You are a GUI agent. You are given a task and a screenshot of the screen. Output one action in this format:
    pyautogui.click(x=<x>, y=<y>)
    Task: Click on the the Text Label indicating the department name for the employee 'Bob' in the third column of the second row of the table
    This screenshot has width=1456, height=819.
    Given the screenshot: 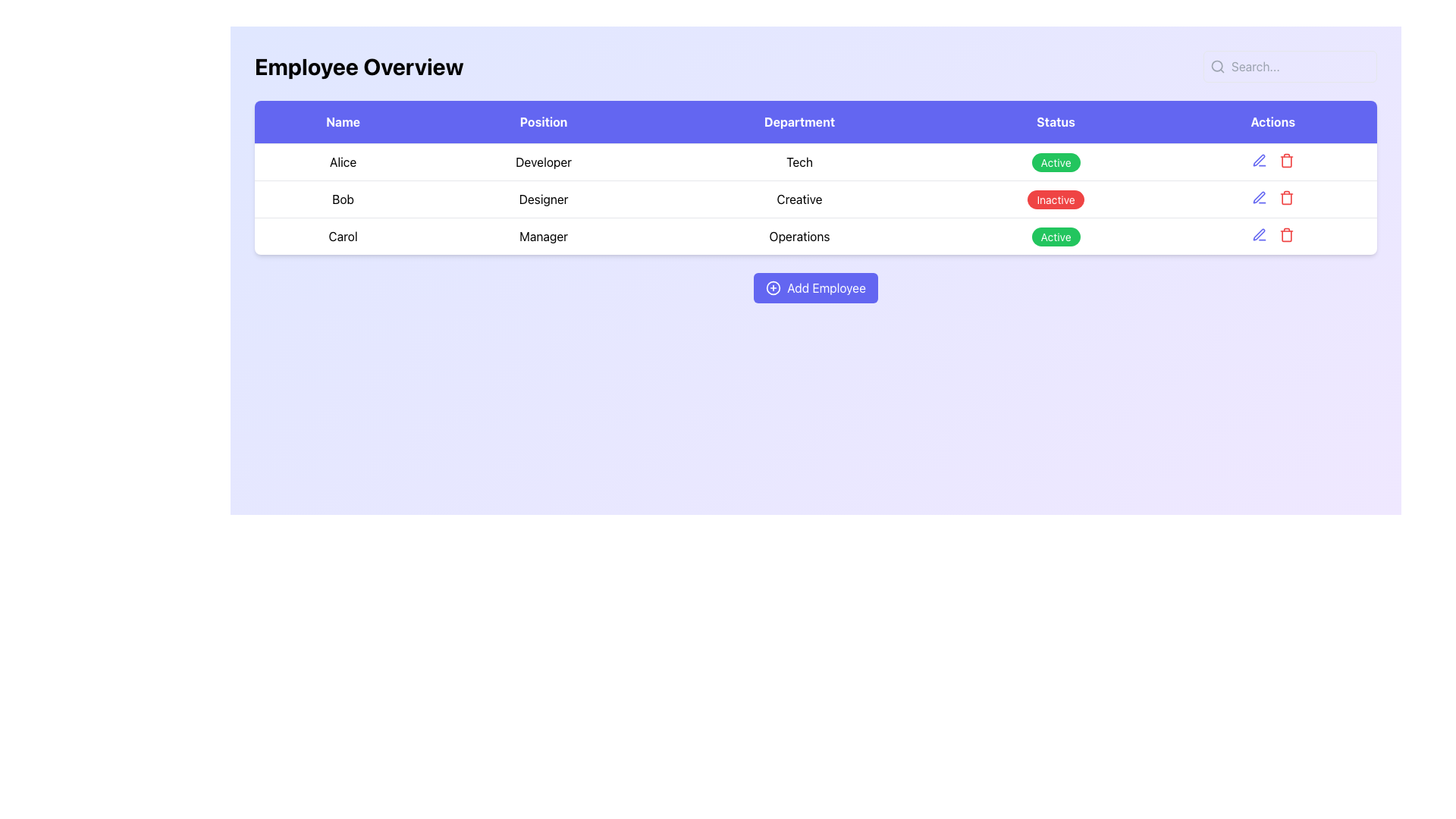 What is the action you would take?
    pyautogui.click(x=799, y=198)
    